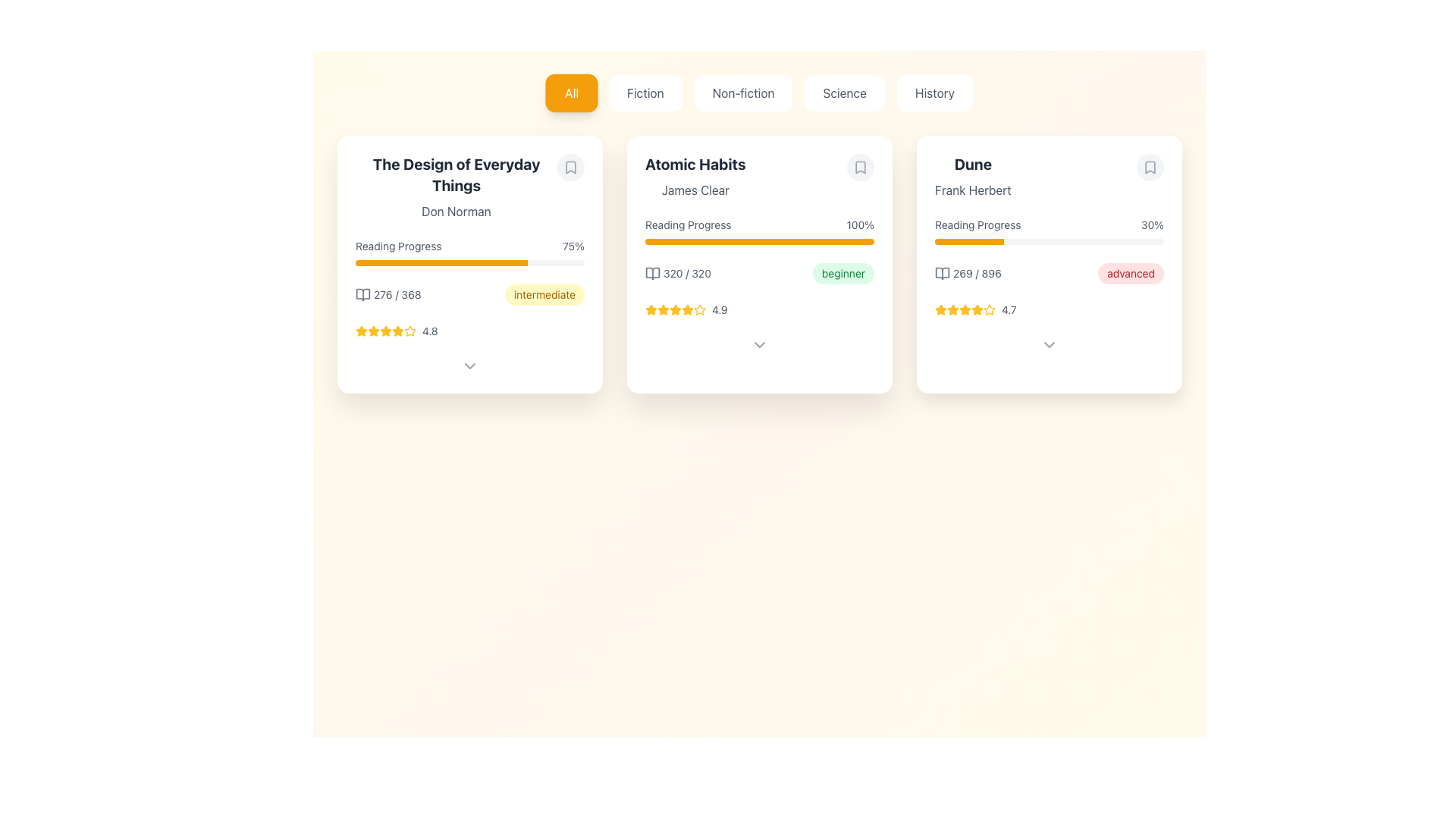 The image size is (1456, 819). Describe the element at coordinates (719, 309) in the screenshot. I see `the text label displaying the value '4.9' in gray font, located at the bottom part of the card labeled 'Atomic Habits', adjacent to the star icons` at that location.